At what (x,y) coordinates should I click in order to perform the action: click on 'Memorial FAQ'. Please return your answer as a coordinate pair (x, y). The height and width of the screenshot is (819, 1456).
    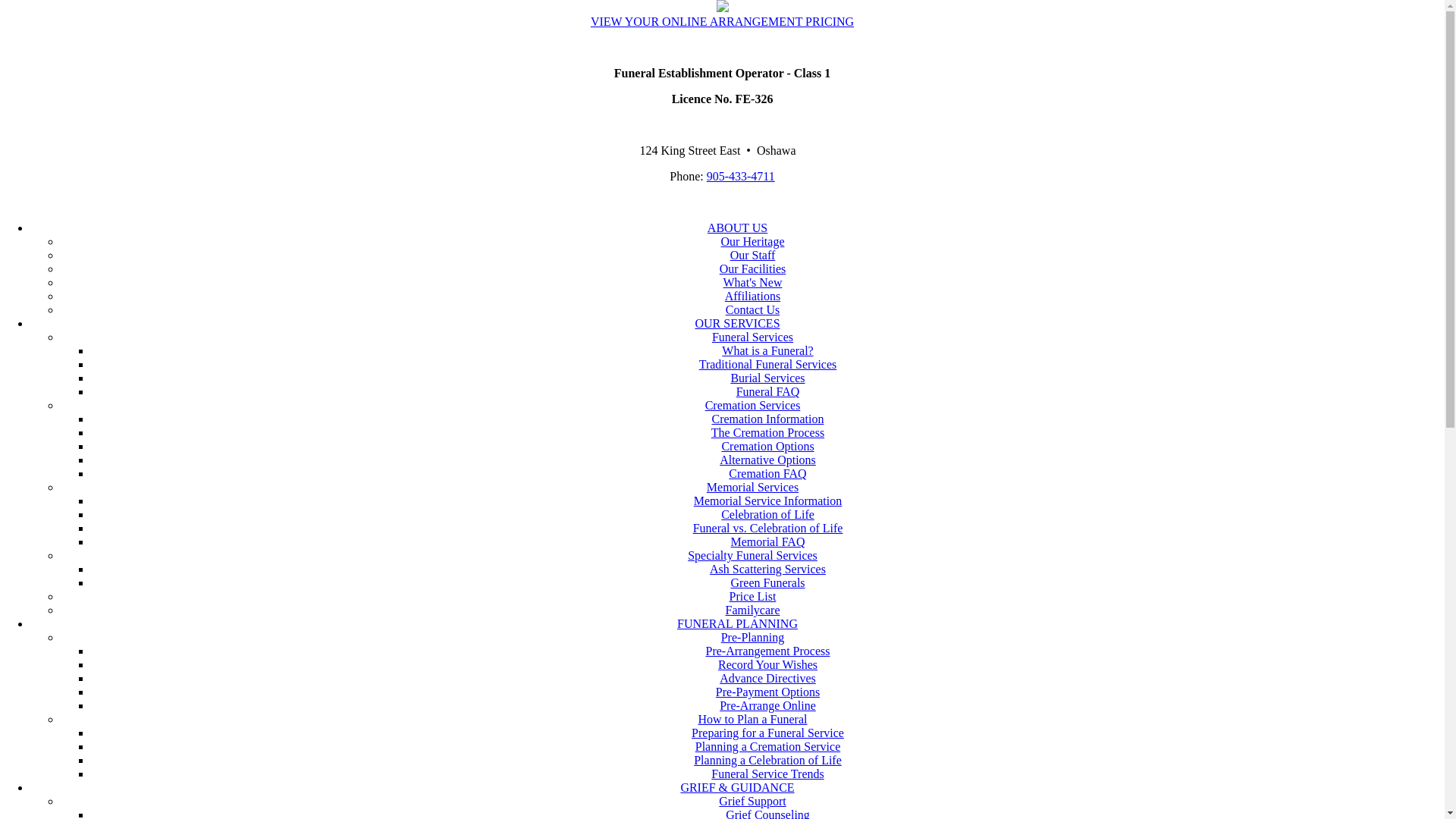
    Looking at the image, I should click on (767, 541).